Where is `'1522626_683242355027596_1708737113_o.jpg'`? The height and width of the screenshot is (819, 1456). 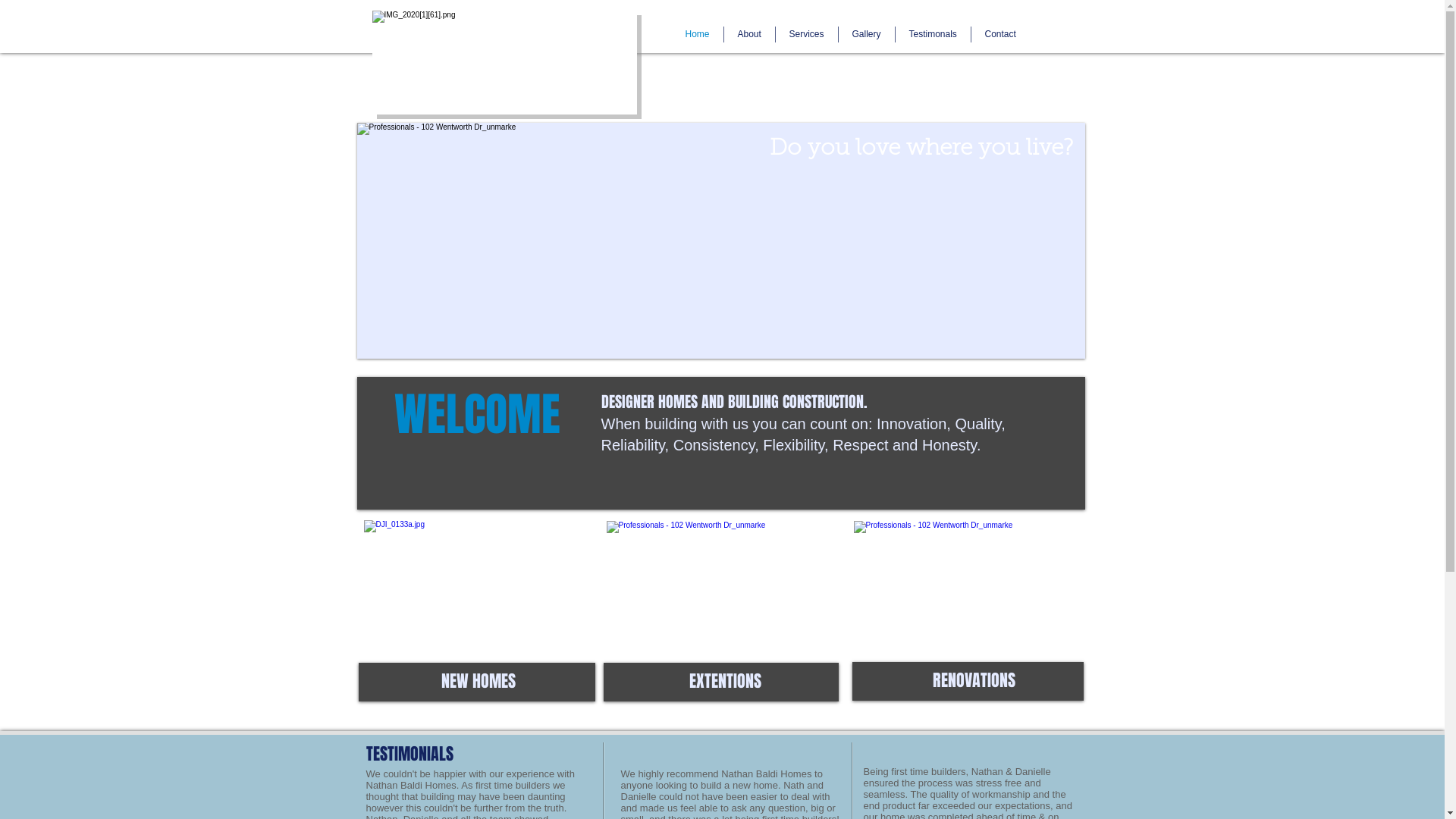
'1522626_683242355027596_1708737113_o.jpg' is located at coordinates (607, 586).